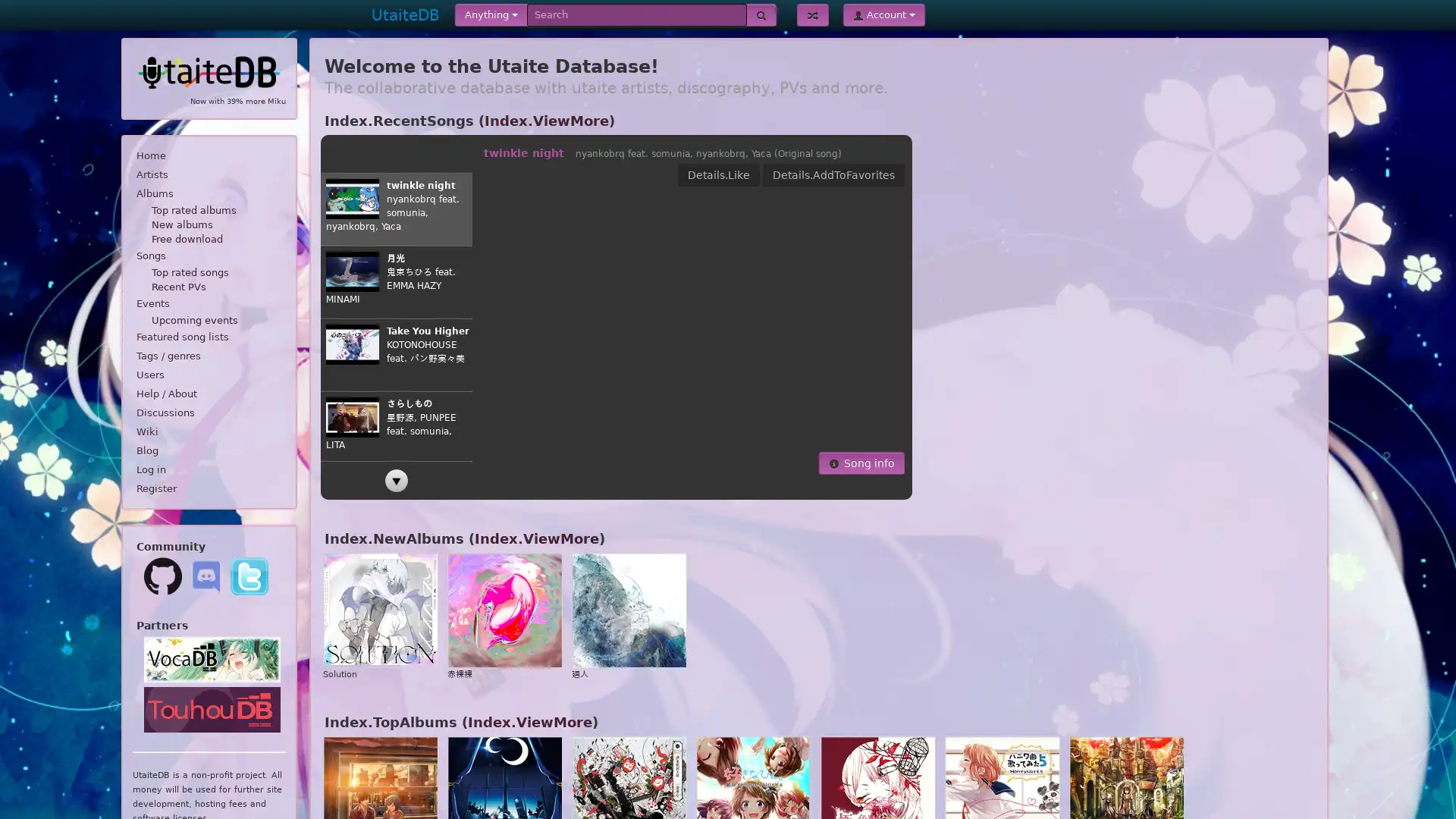 Image resolution: width=1456 pixels, height=819 pixels. What do you see at coordinates (761, 14) in the screenshot?
I see `Search` at bounding box center [761, 14].